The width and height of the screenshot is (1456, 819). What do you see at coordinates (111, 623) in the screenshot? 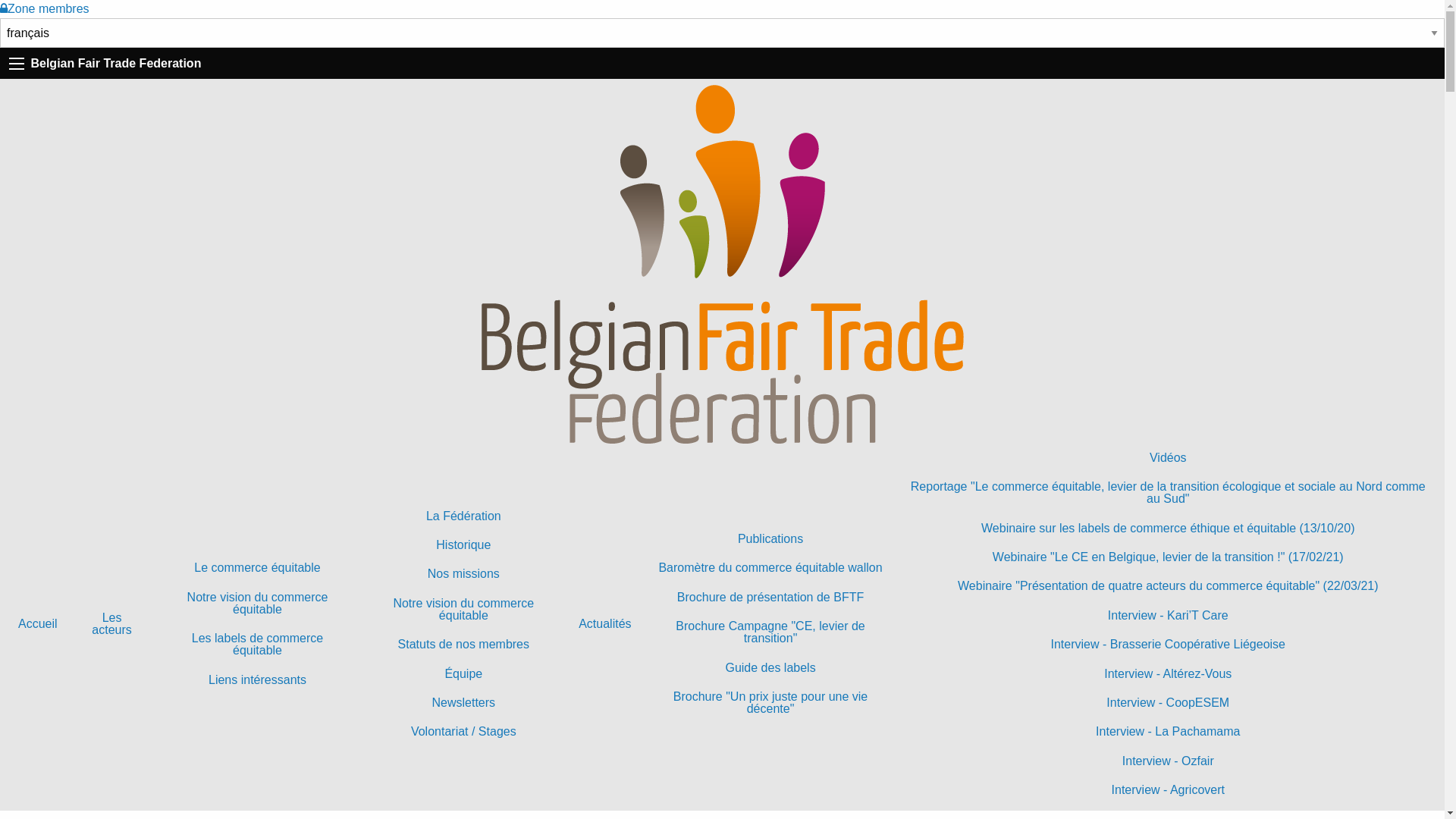
I see `'Les acteurs'` at bounding box center [111, 623].